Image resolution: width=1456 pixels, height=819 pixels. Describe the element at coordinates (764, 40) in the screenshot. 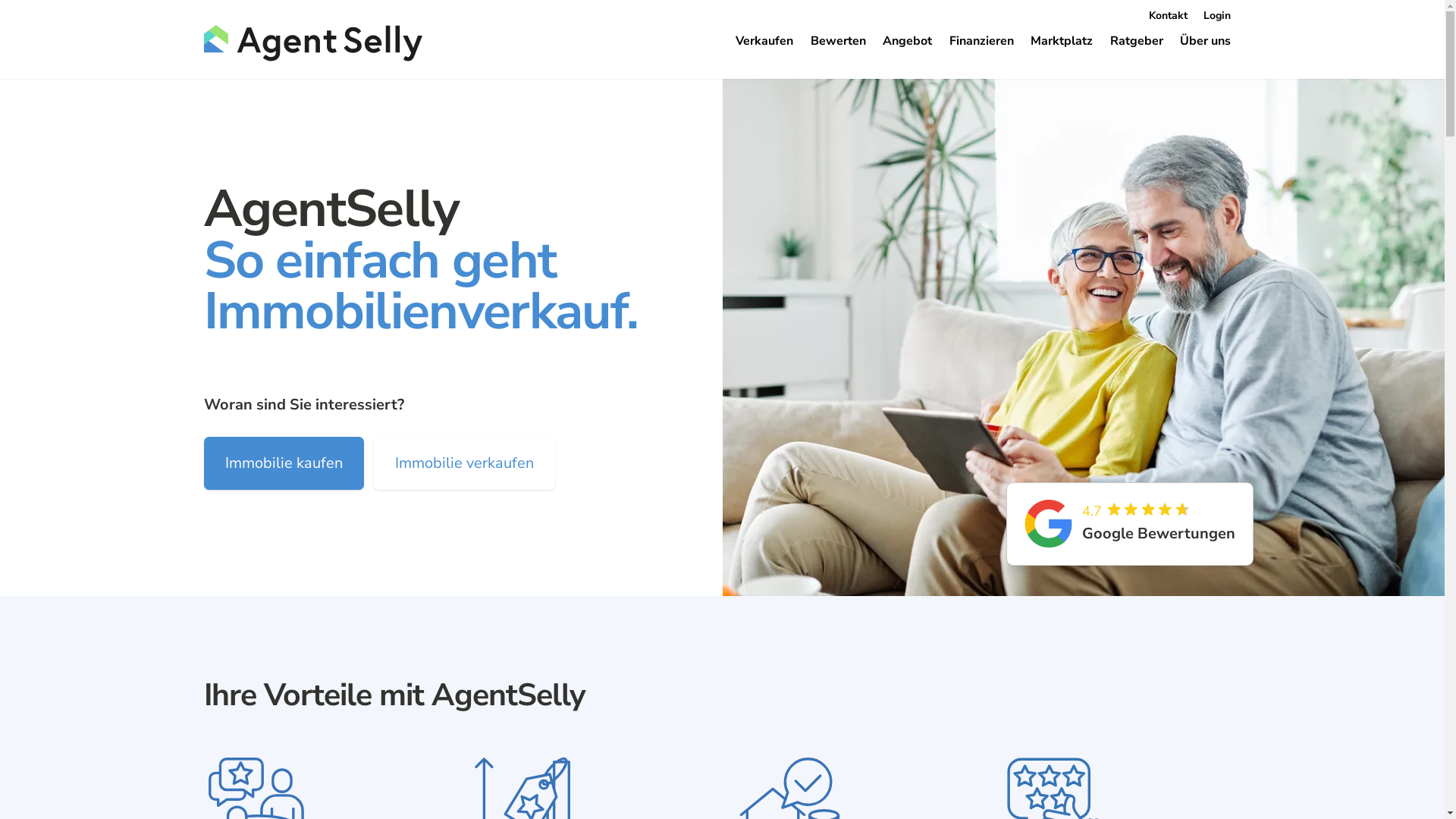

I see `'Verkaufen'` at that location.